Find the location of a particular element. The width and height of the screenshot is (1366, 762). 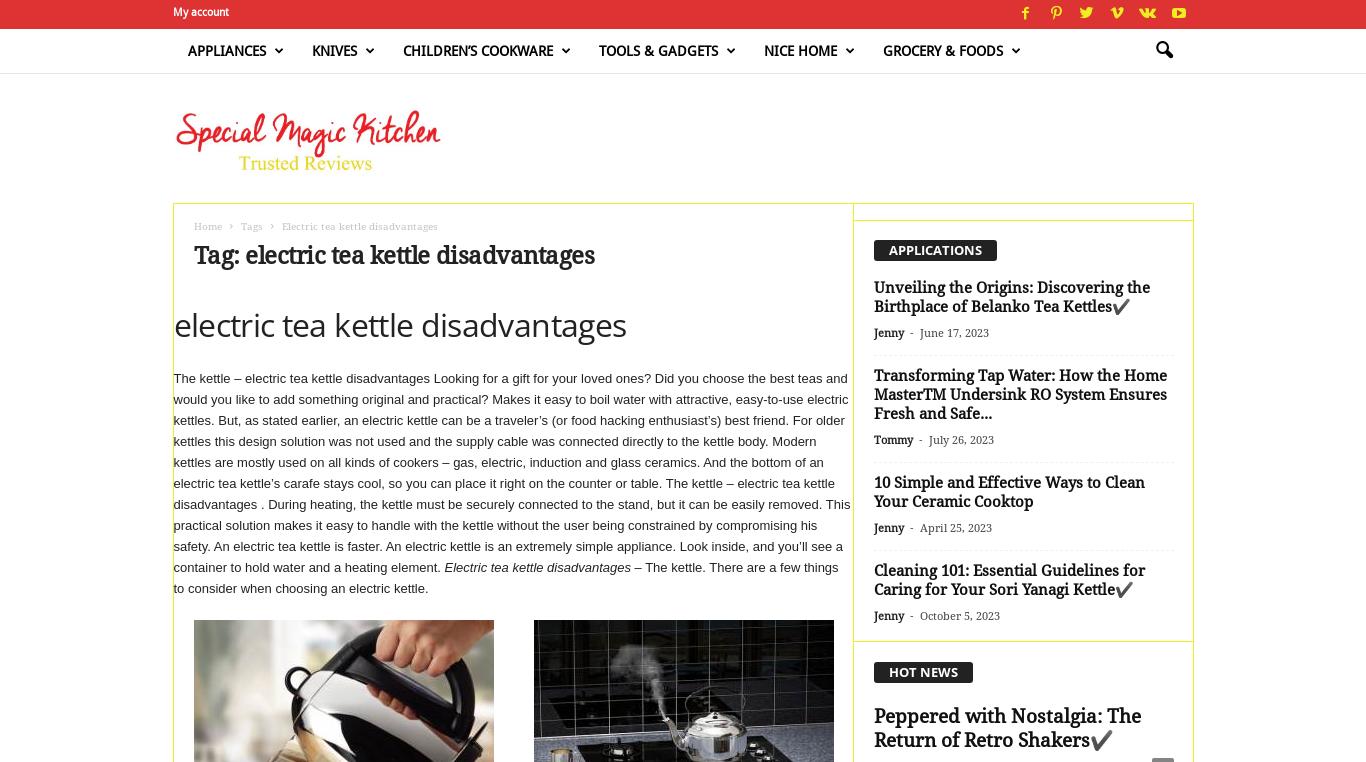

'Transforming Tap Water: How the Home MasterTM Undersink RO System Ensures Fresh and Safe...' is located at coordinates (1019, 394).